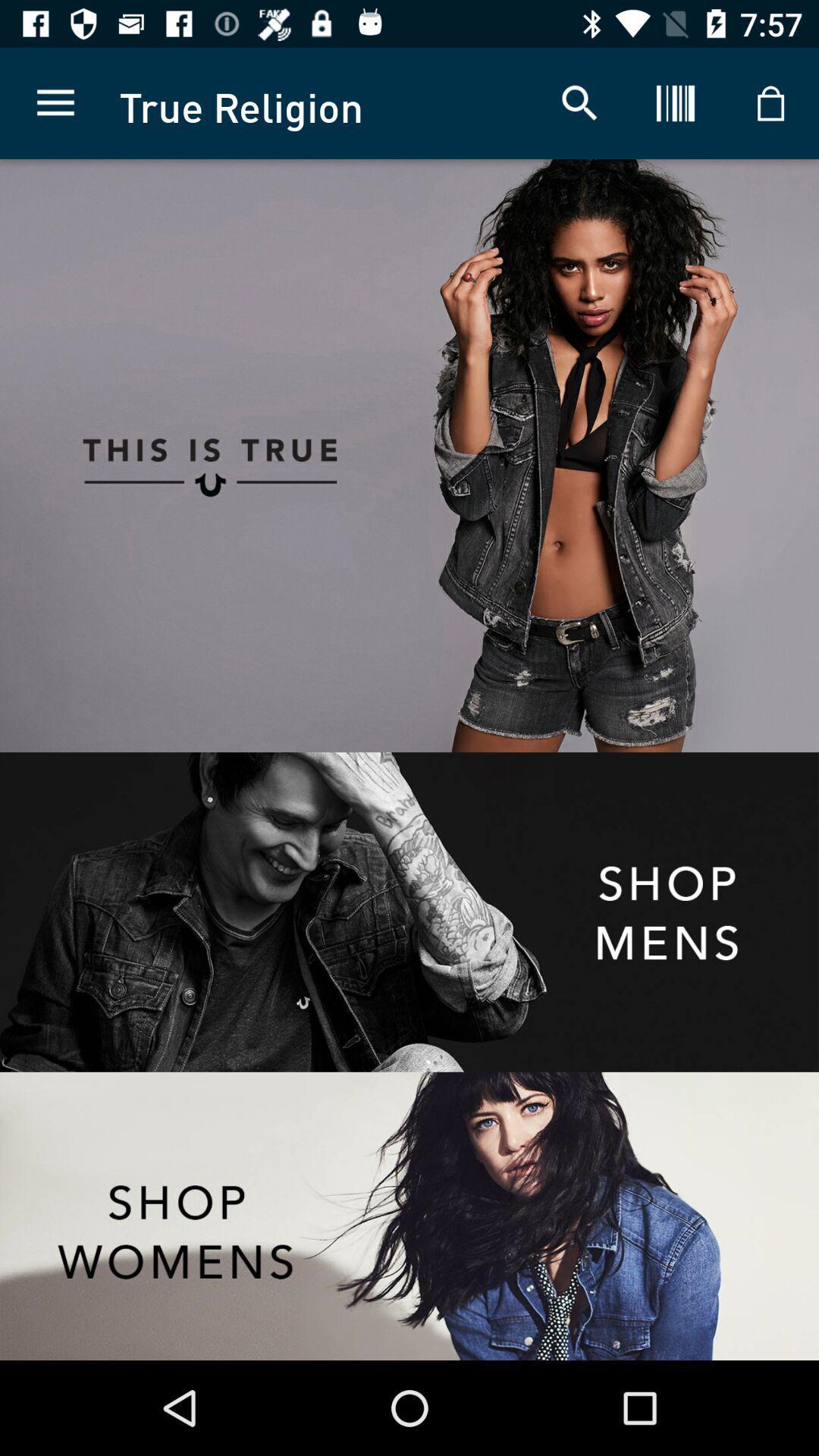 This screenshot has width=819, height=1456. I want to click on this is true, so click(205, 455).